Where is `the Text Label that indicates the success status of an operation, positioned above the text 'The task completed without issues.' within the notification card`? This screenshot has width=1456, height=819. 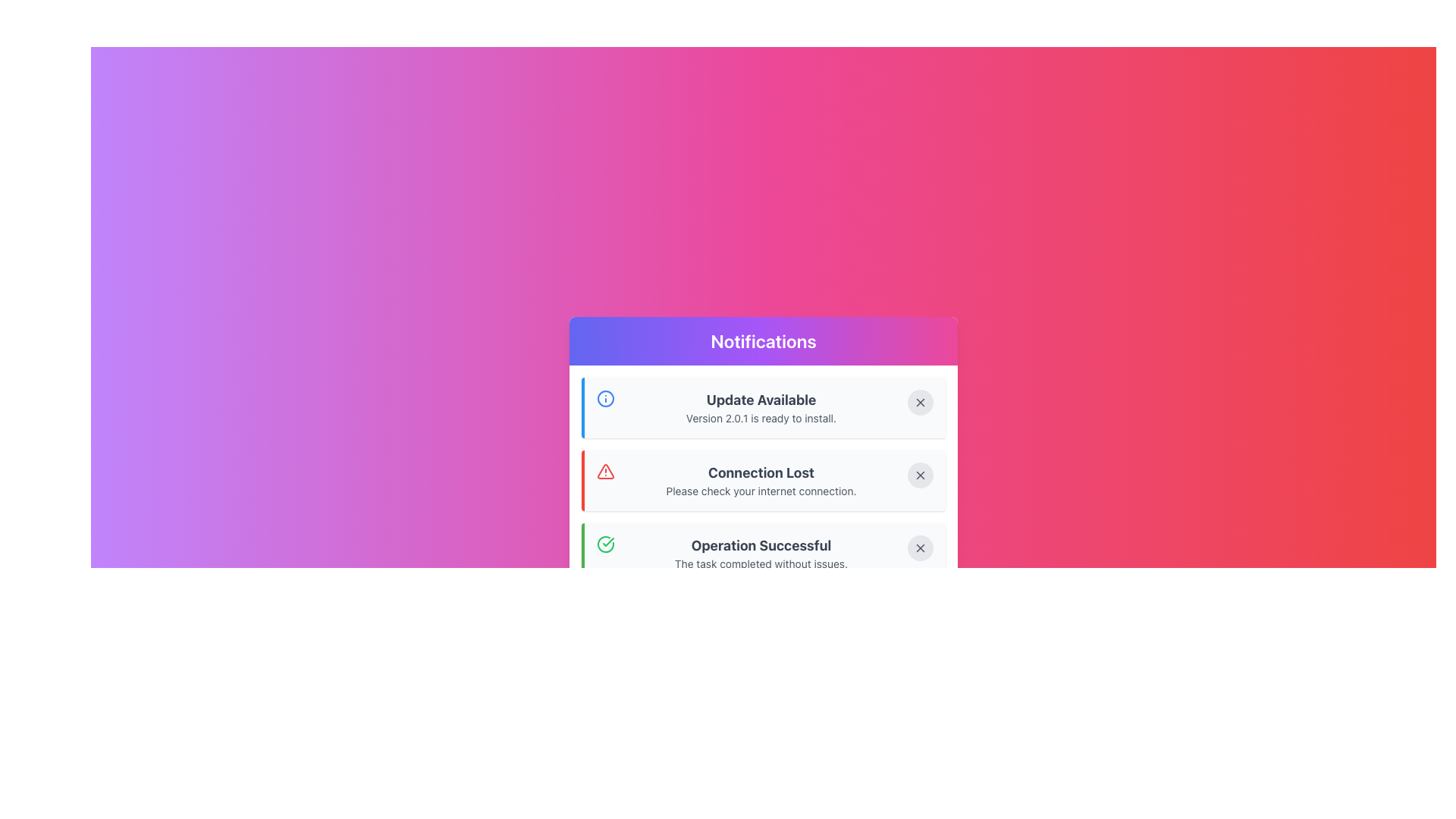
the Text Label that indicates the success status of an operation, positioned above the text 'The task completed without issues.' within the notification card is located at coordinates (761, 546).